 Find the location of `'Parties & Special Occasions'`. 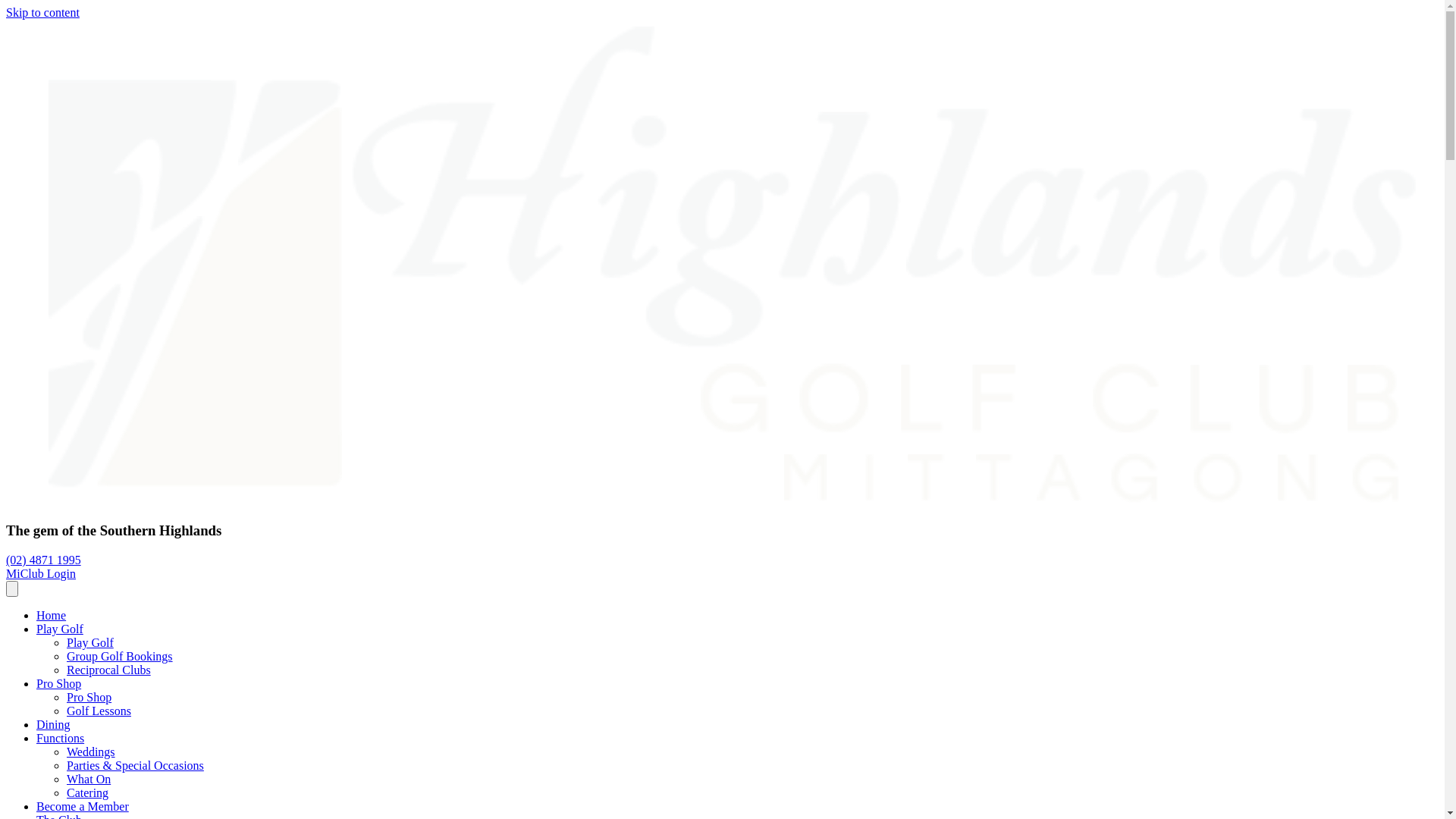

'Parties & Special Occasions' is located at coordinates (135, 765).